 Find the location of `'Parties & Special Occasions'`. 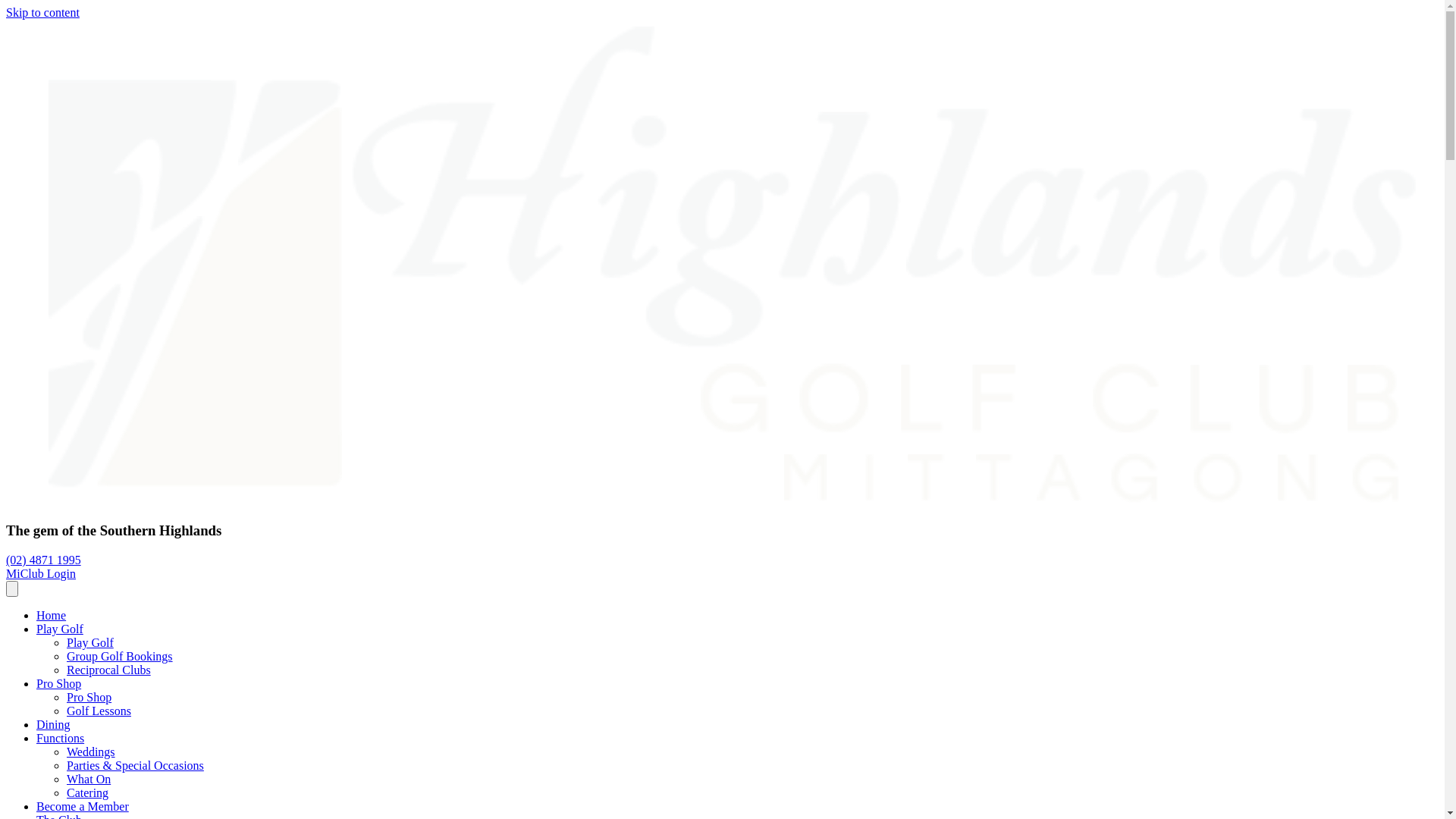

'Parties & Special Occasions' is located at coordinates (135, 765).